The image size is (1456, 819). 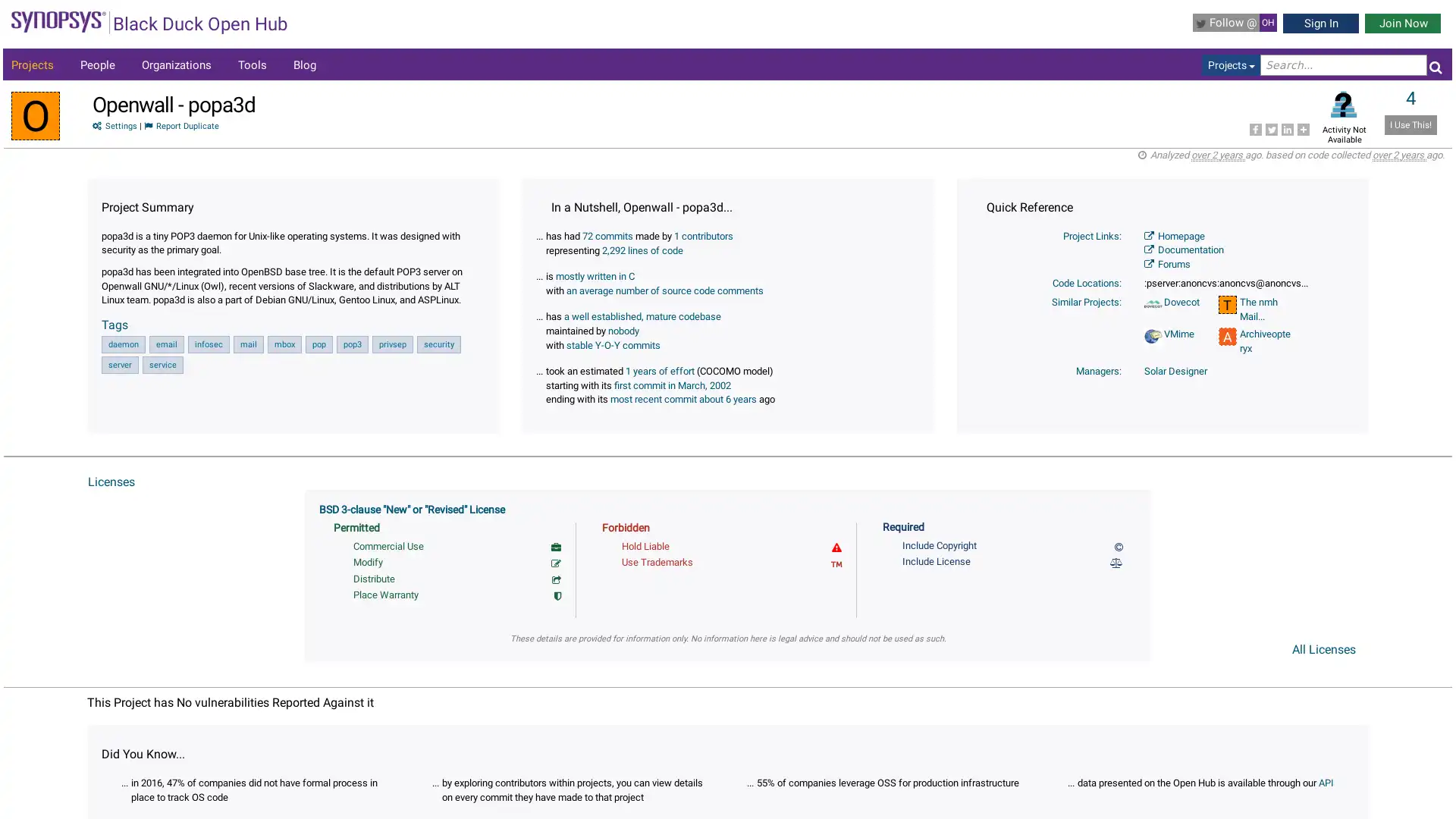 I want to click on Share to Twitter, so click(x=1270, y=128).